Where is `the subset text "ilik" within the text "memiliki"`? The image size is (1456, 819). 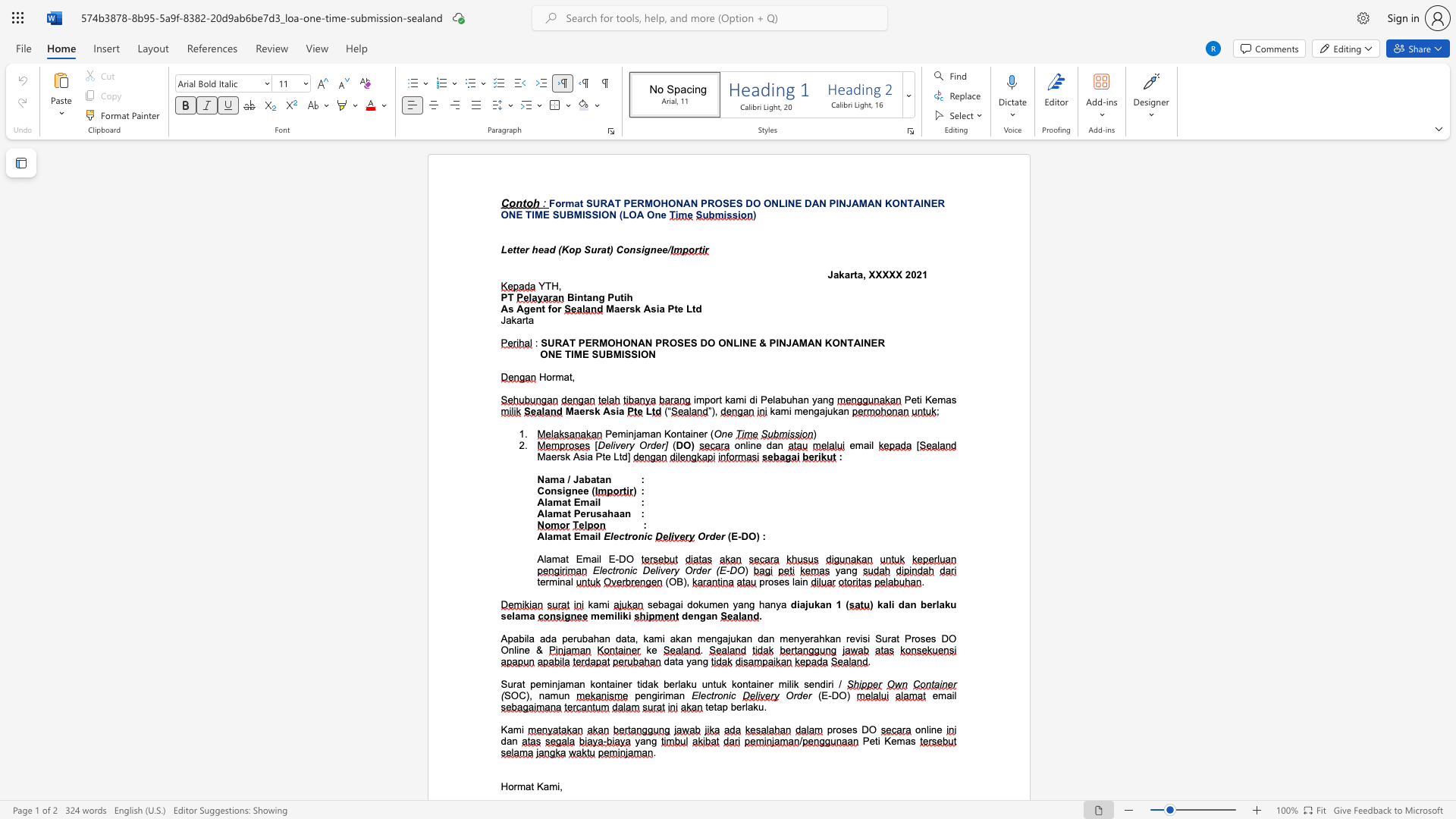
the subset text "ilik" within the text "memiliki" is located at coordinates (614, 616).